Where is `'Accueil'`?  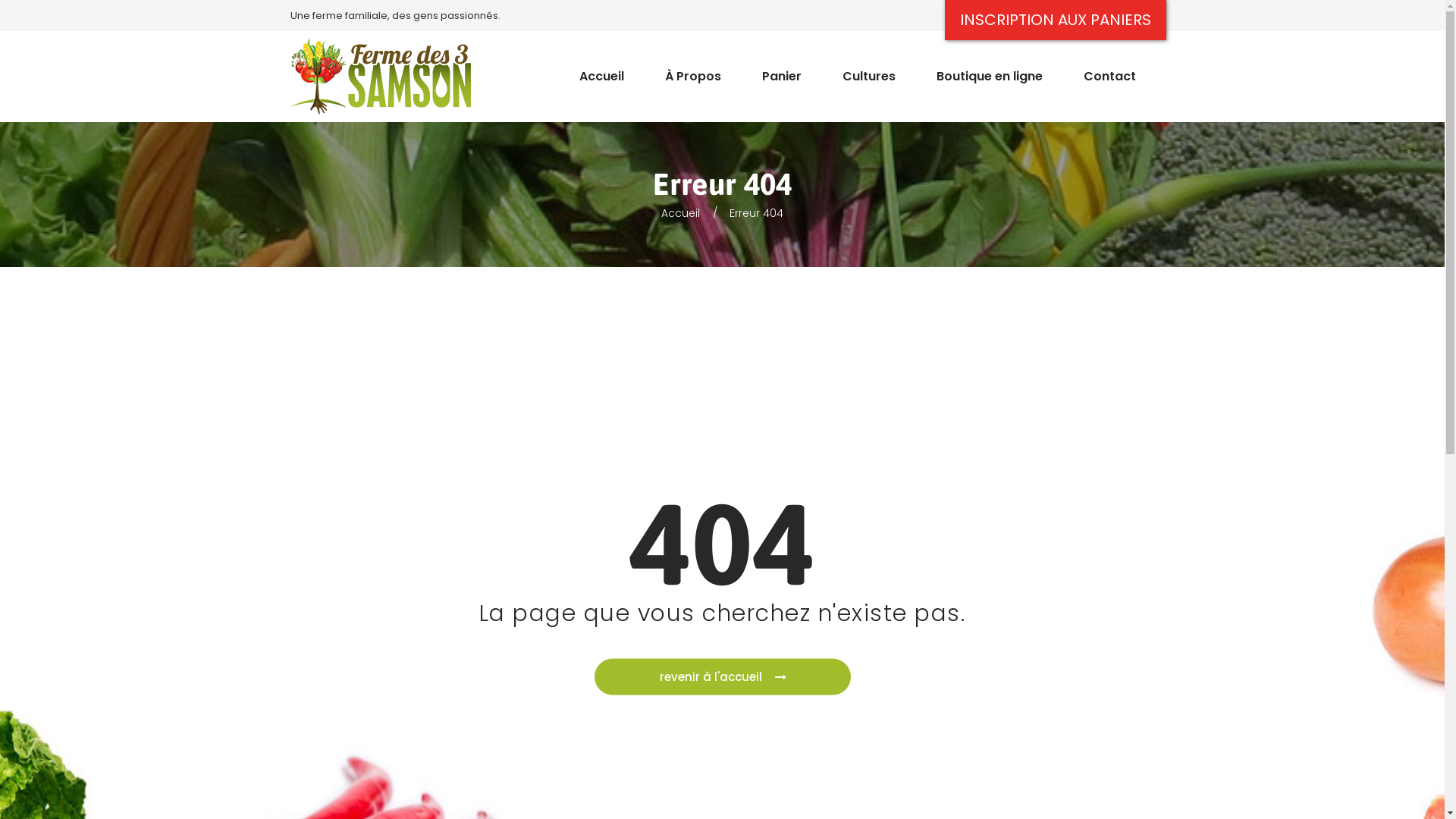
'Accueil' is located at coordinates (600, 69).